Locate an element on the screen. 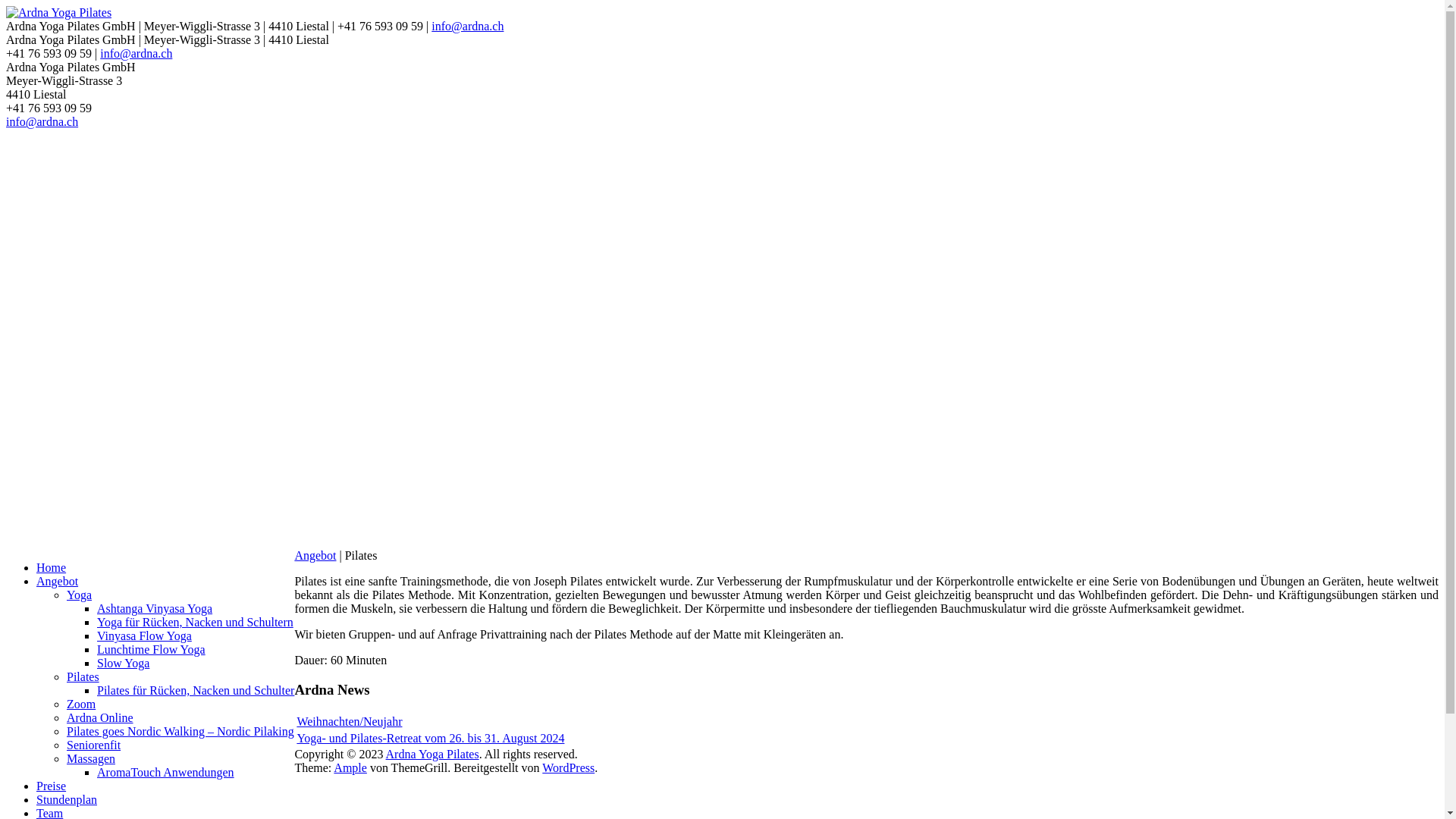 Image resolution: width=1456 pixels, height=819 pixels. 'AromaTouch Anwendungen' is located at coordinates (165, 772).